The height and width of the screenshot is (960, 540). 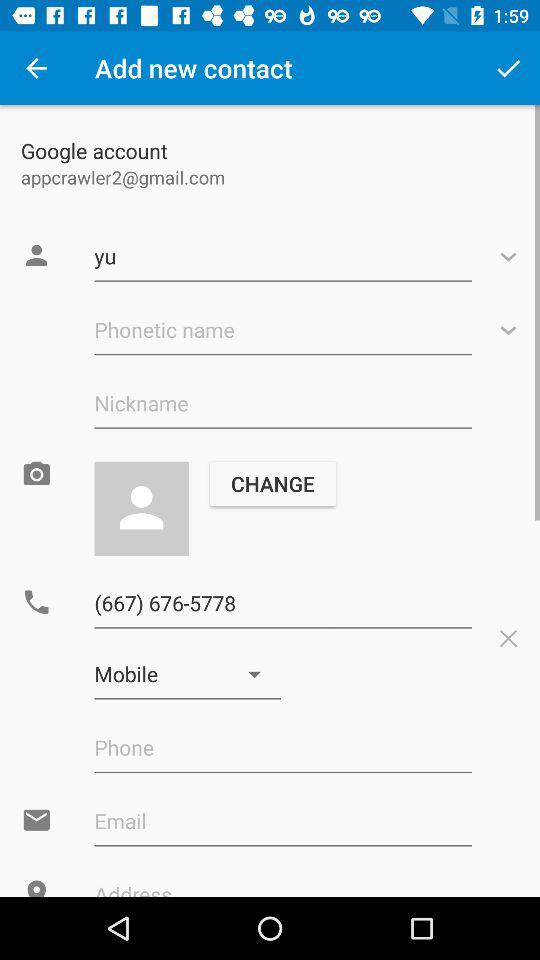 What do you see at coordinates (36, 601) in the screenshot?
I see `the call icon beside 6676765778` at bounding box center [36, 601].